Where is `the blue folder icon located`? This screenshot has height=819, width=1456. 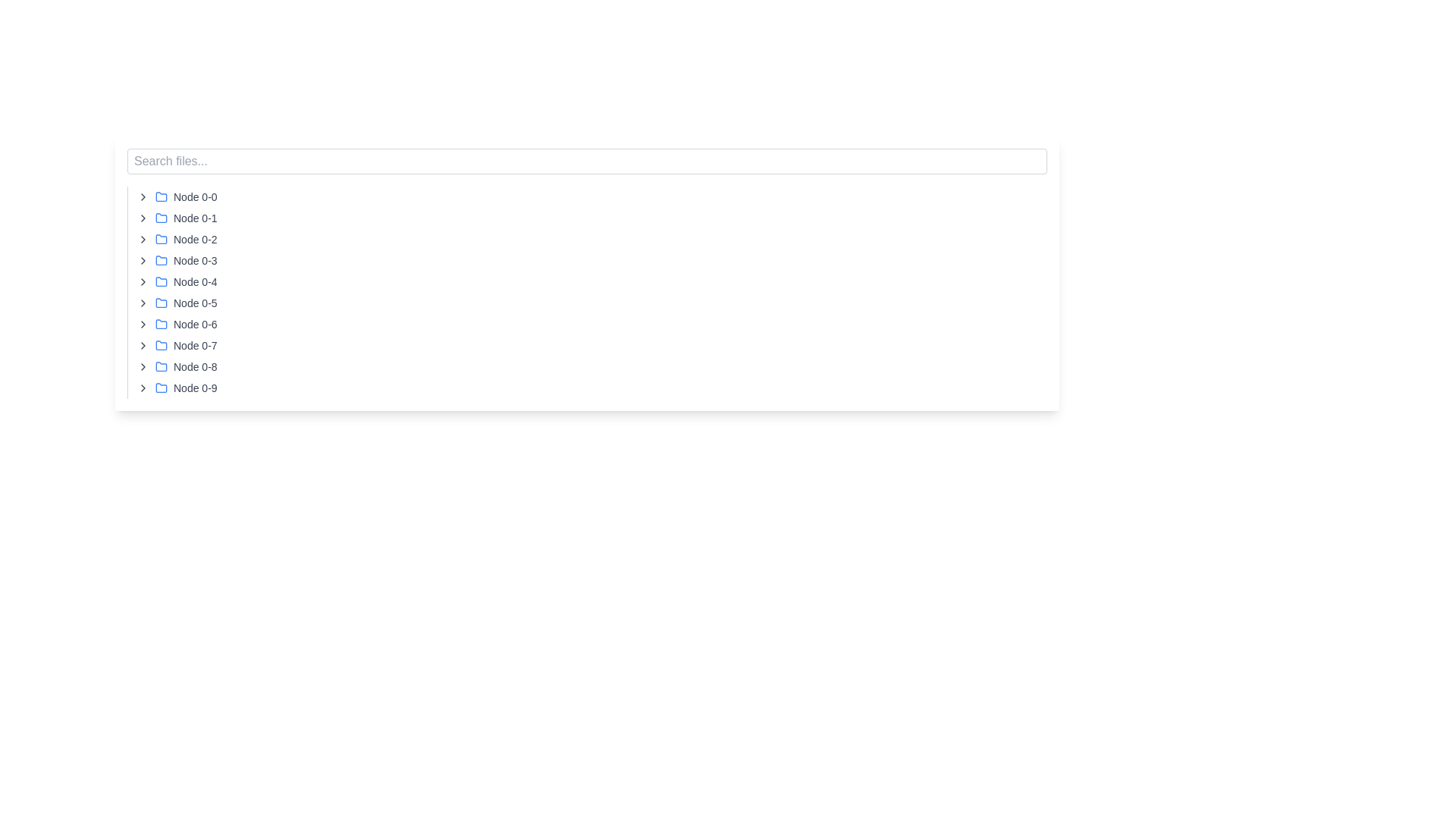 the blue folder icon located is located at coordinates (161, 239).